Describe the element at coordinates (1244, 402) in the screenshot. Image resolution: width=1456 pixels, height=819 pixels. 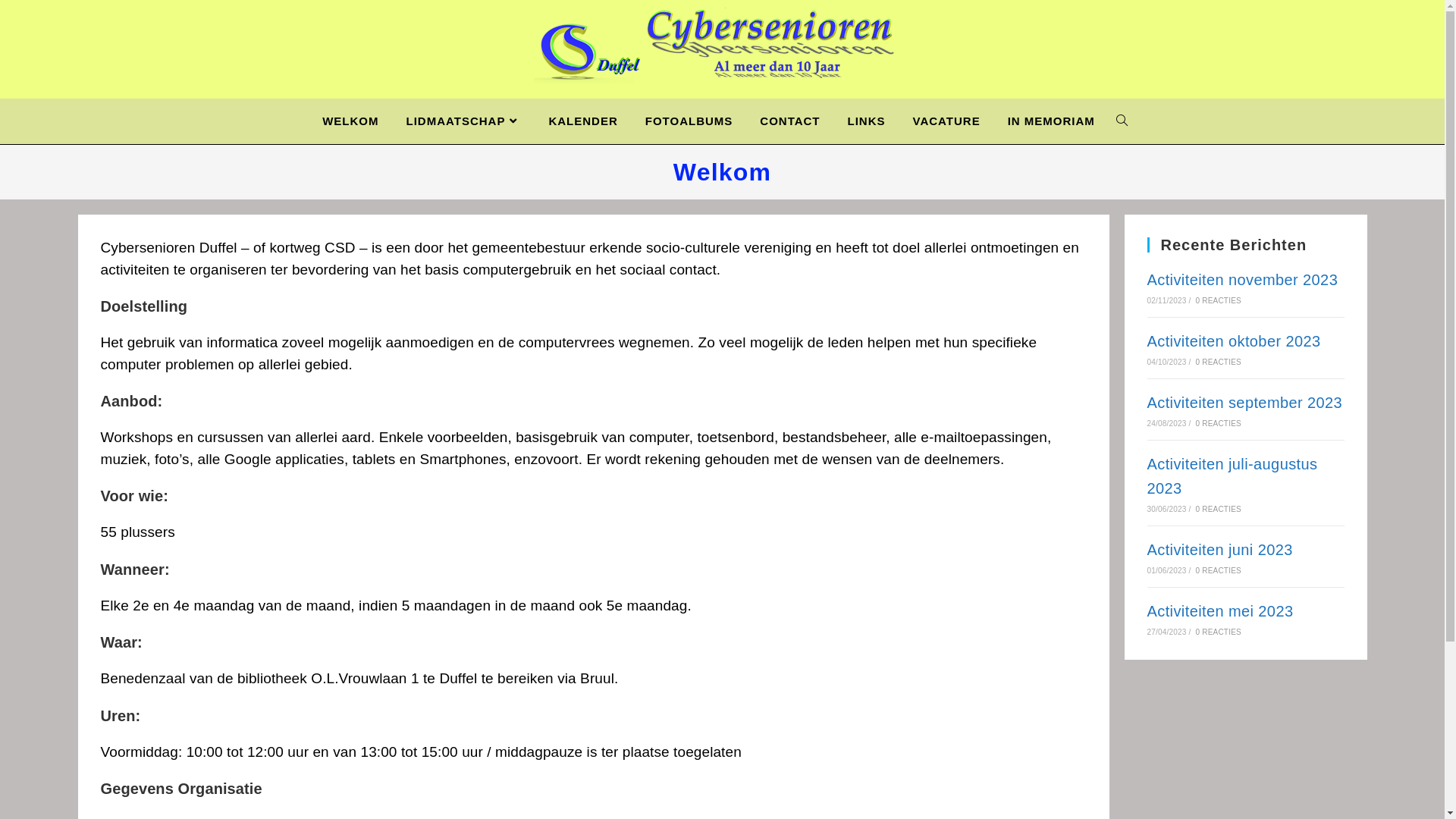
I see `'Activiteiten september 2023'` at that location.